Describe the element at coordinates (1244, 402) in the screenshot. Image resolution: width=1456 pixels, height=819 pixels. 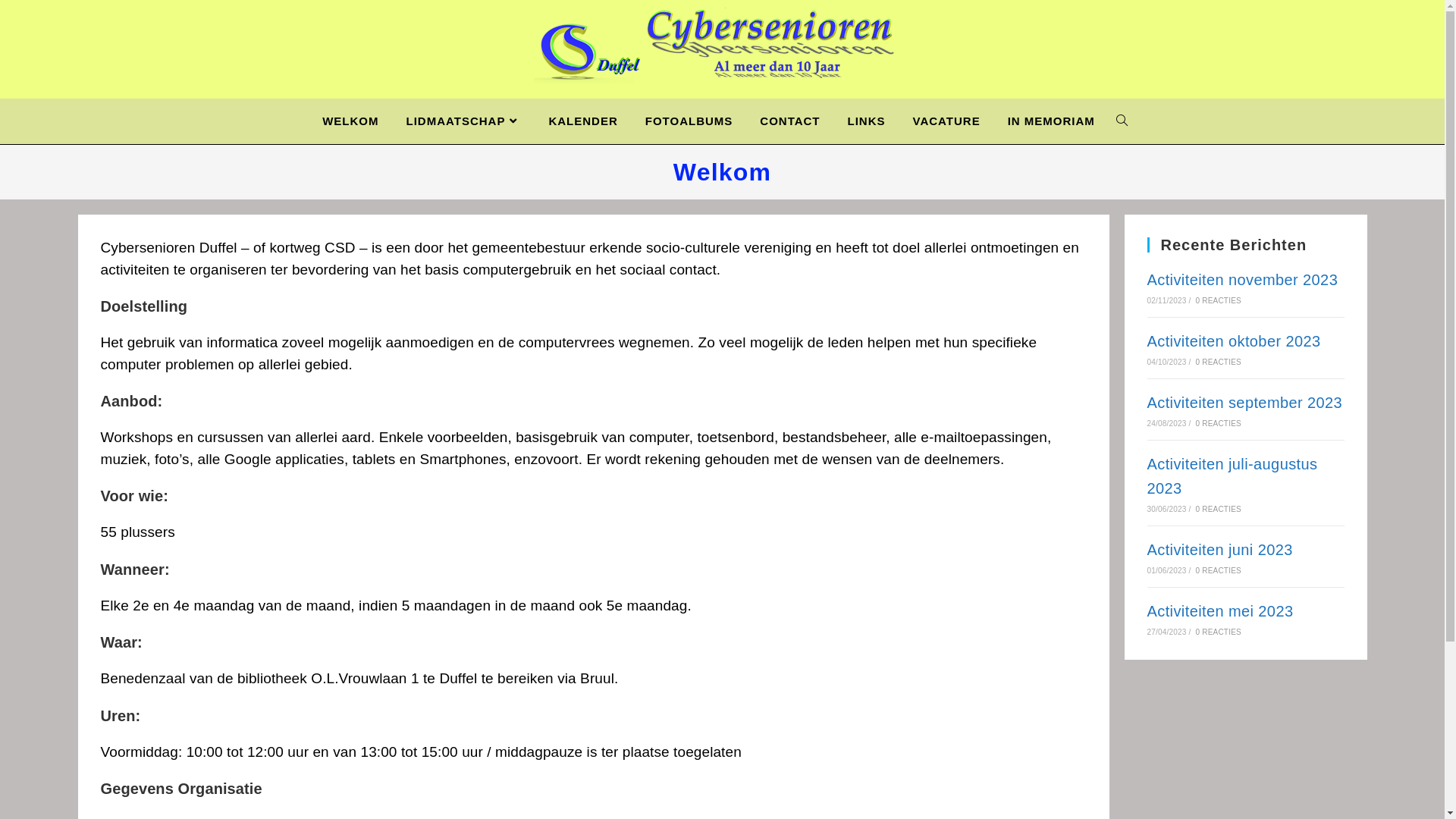
I see `'Activiteiten september 2023'` at that location.